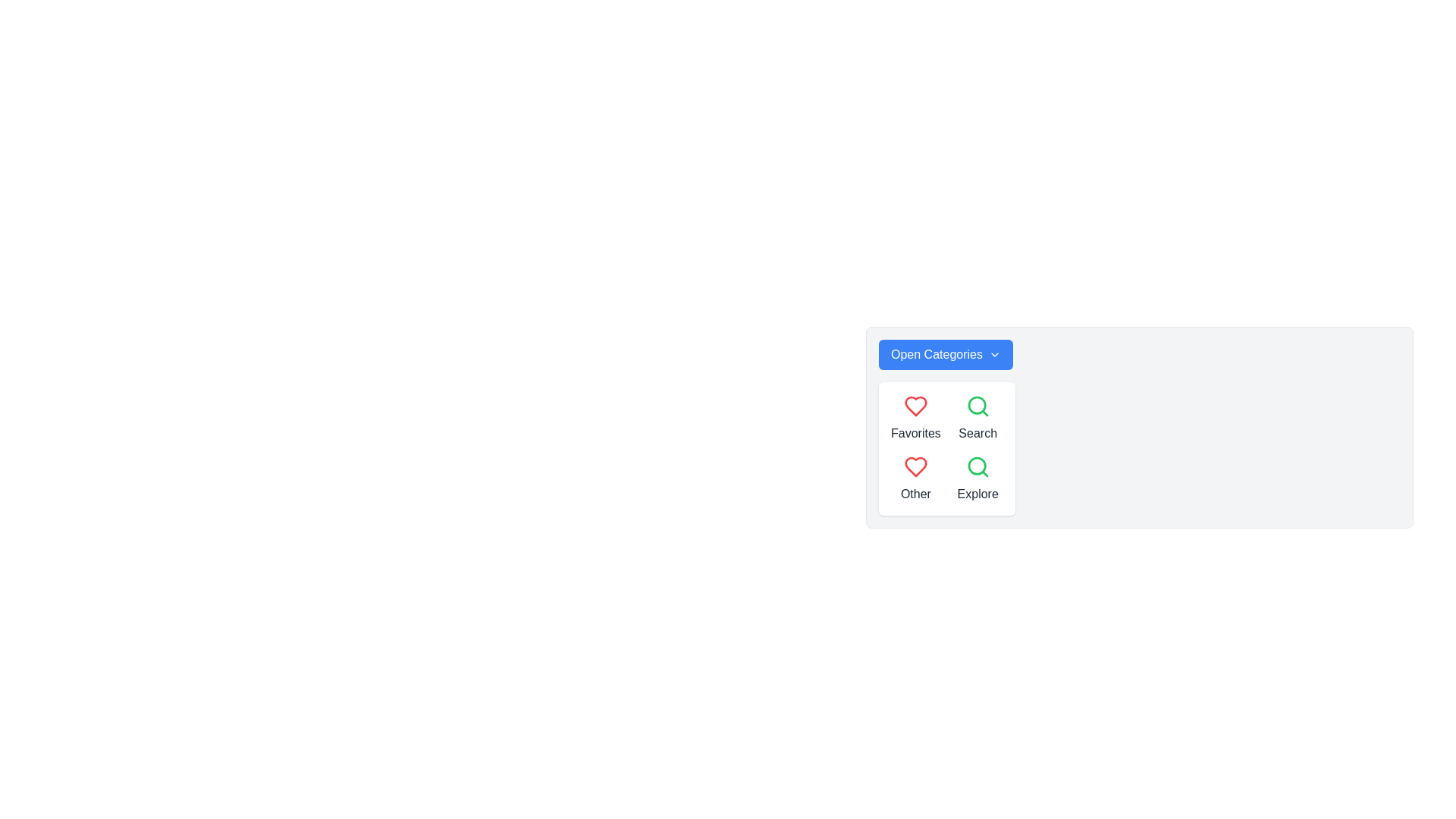 Image resolution: width=1456 pixels, height=819 pixels. Describe the element at coordinates (915, 418) in the screenshot. I see `the 'Favorites' labeled icon element located in the upper-left quadrant of the grid layout` at that location.